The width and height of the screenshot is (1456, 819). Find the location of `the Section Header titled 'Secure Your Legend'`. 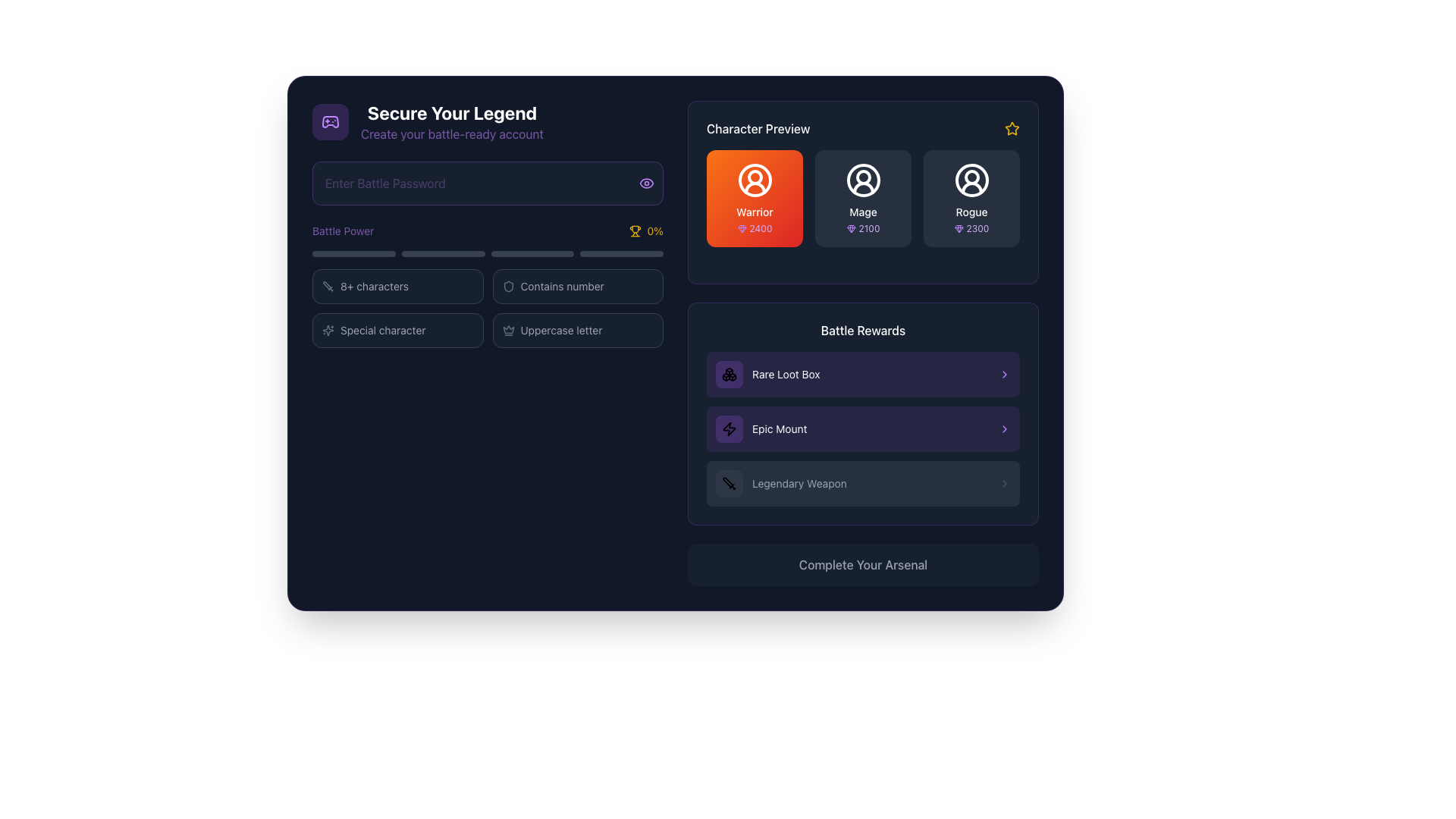

the Section Header titled 'Secure Your Legend' is located at coordinates (488, 121).